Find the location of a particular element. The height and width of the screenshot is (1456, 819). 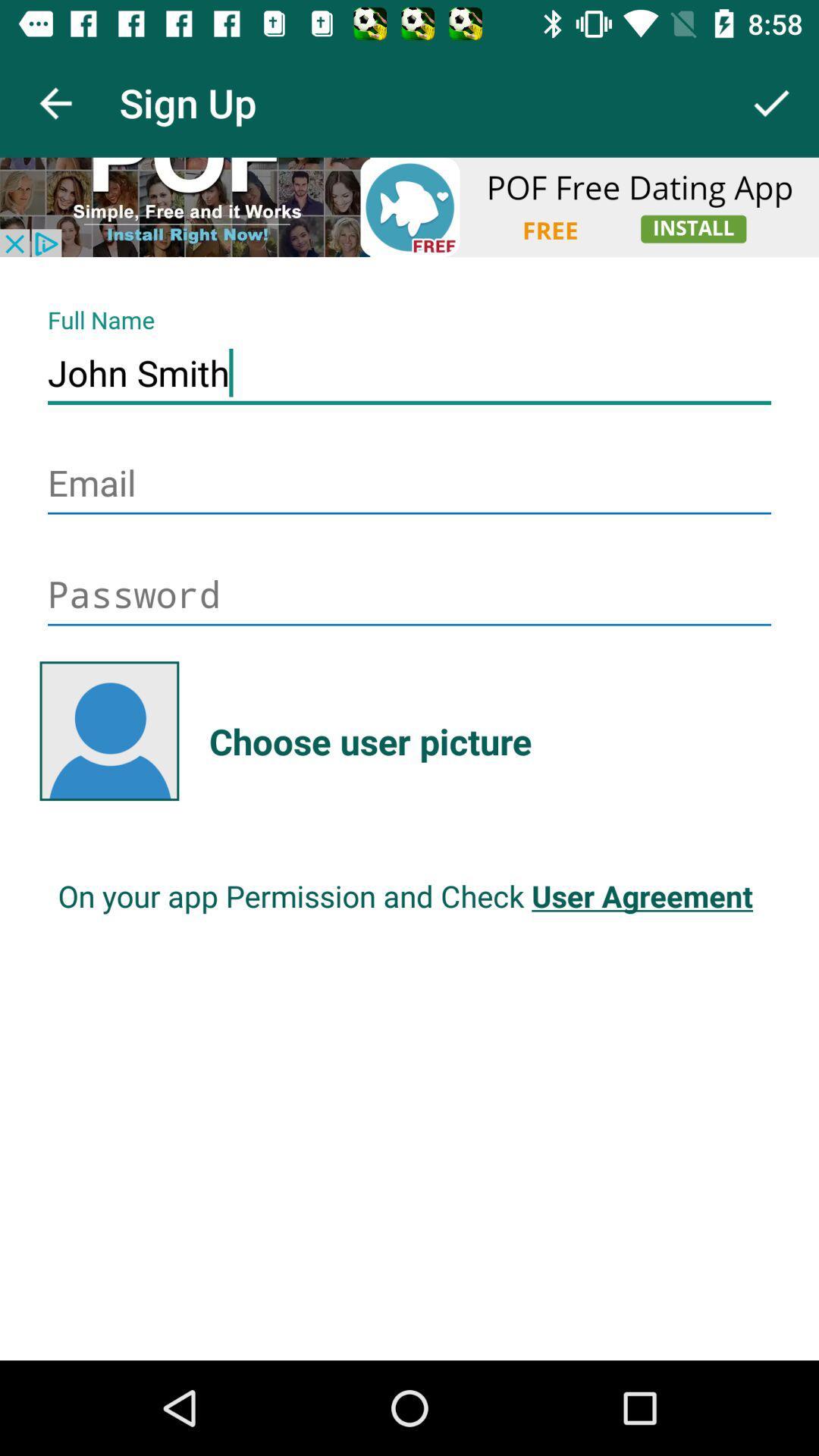

open advertisement is located at coordinates (409, 206).